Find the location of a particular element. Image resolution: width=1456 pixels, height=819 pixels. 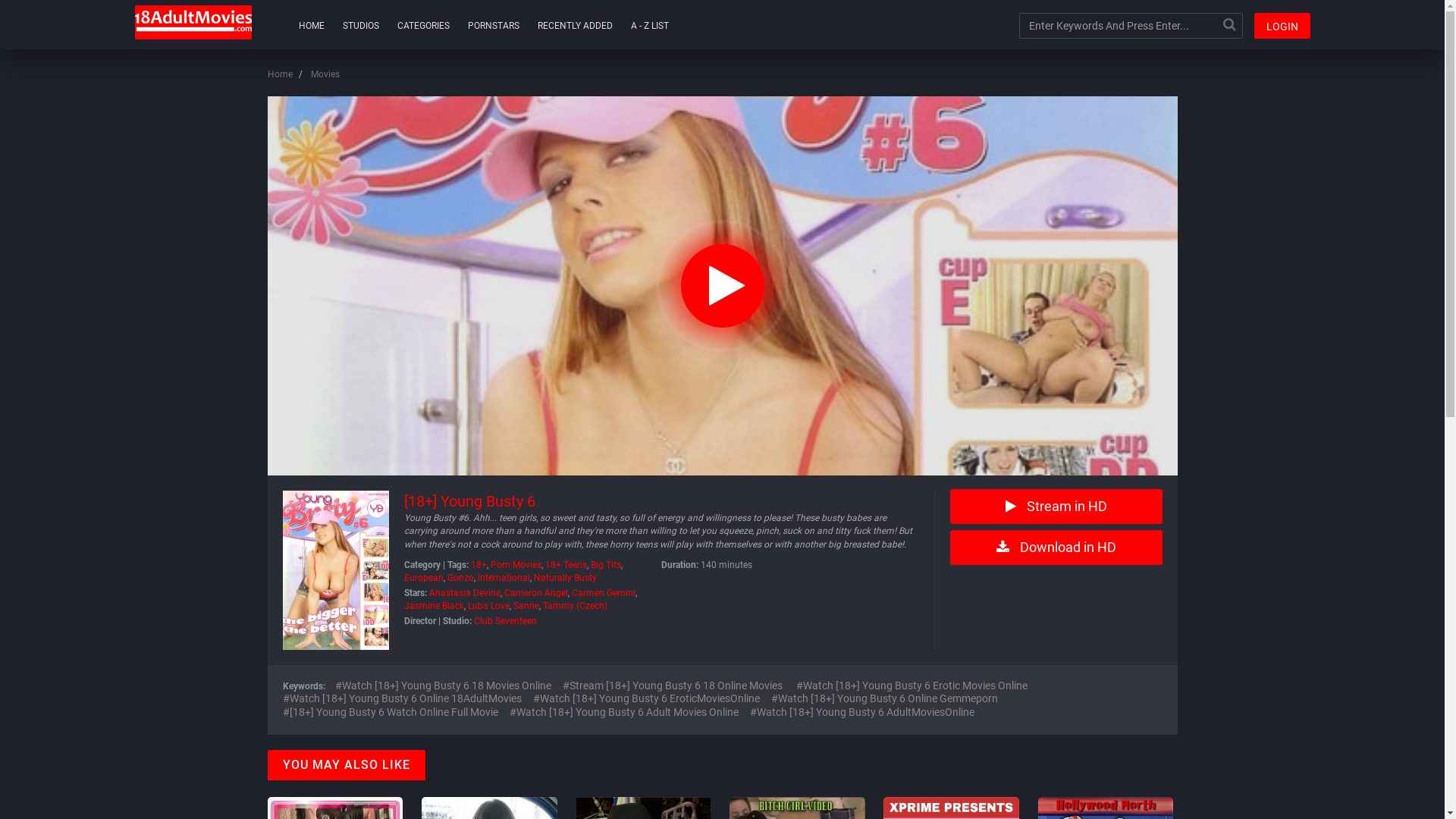

'RECENTLY ADDED' is located at coordinates (574, 26).